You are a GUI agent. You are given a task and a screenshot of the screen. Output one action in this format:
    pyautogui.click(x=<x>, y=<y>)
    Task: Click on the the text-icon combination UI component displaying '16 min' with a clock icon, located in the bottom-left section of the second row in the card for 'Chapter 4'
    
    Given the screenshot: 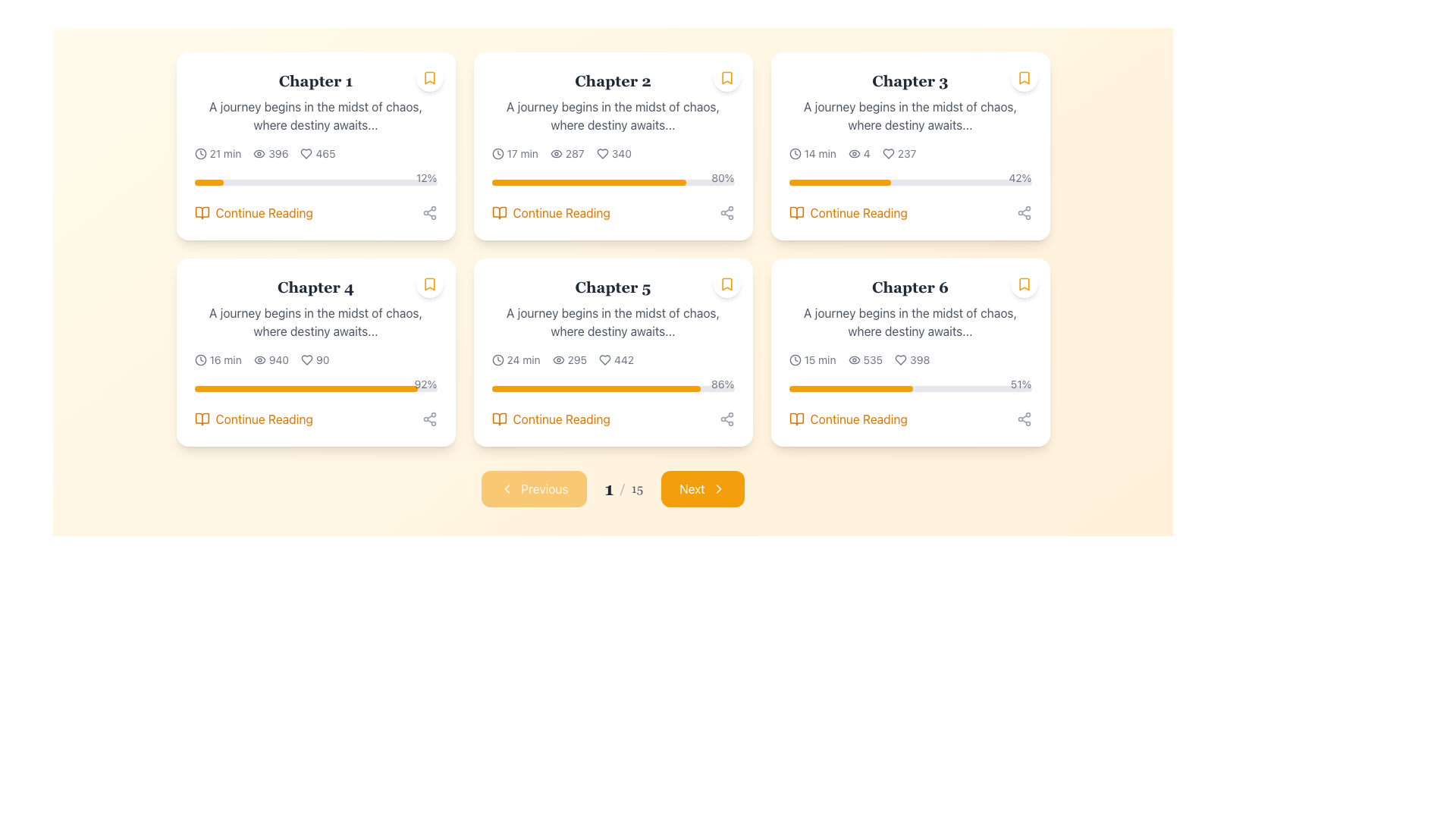 What is the action you would take?
    pyautogui.click(x=217, y=359)
    